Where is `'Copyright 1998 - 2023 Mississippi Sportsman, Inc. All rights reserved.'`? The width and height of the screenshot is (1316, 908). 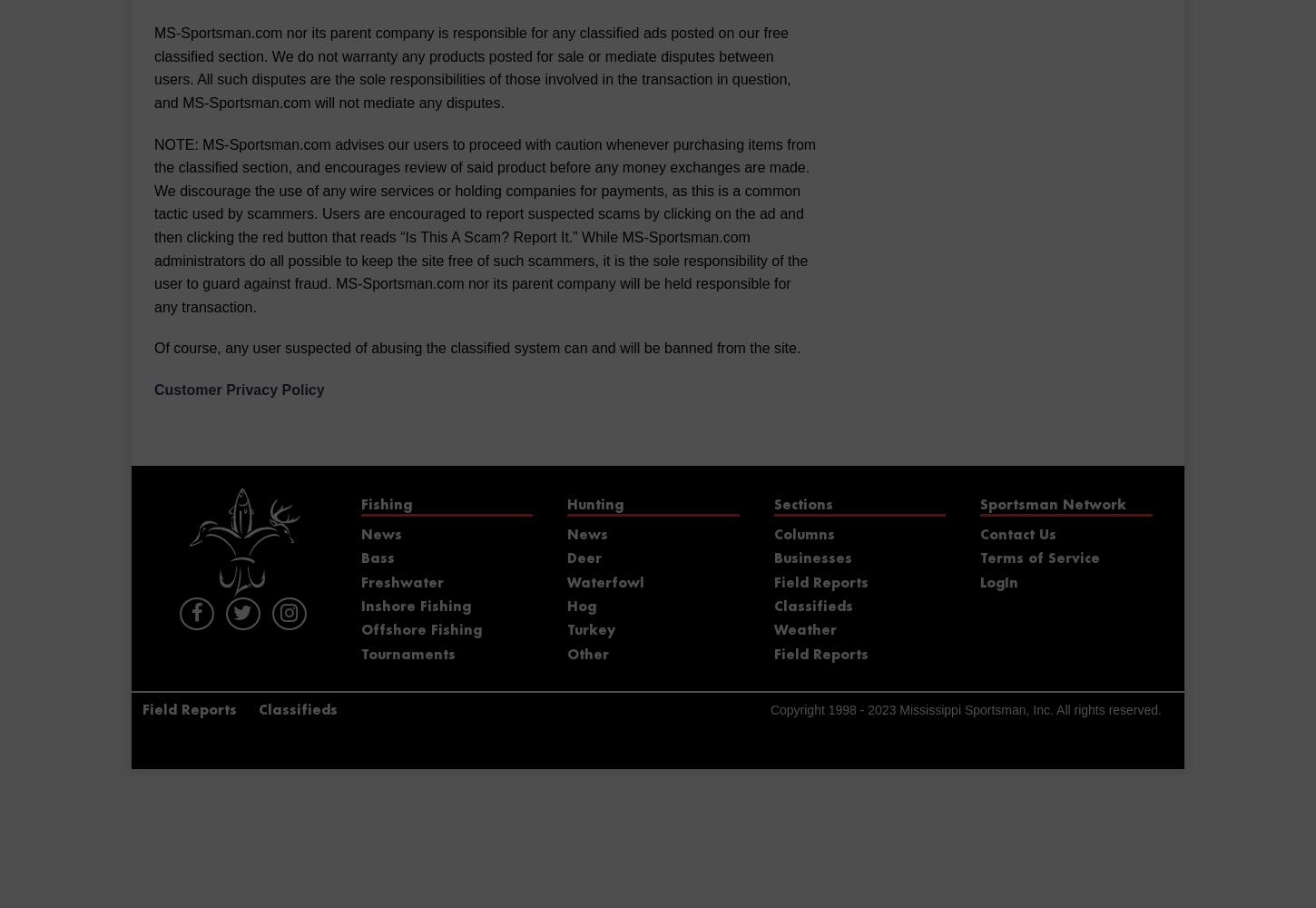 'Copyright 1998 - 2023 Mississippi Sportsman, Inc. All rights reserved.' is located at coordinates (966, 710).